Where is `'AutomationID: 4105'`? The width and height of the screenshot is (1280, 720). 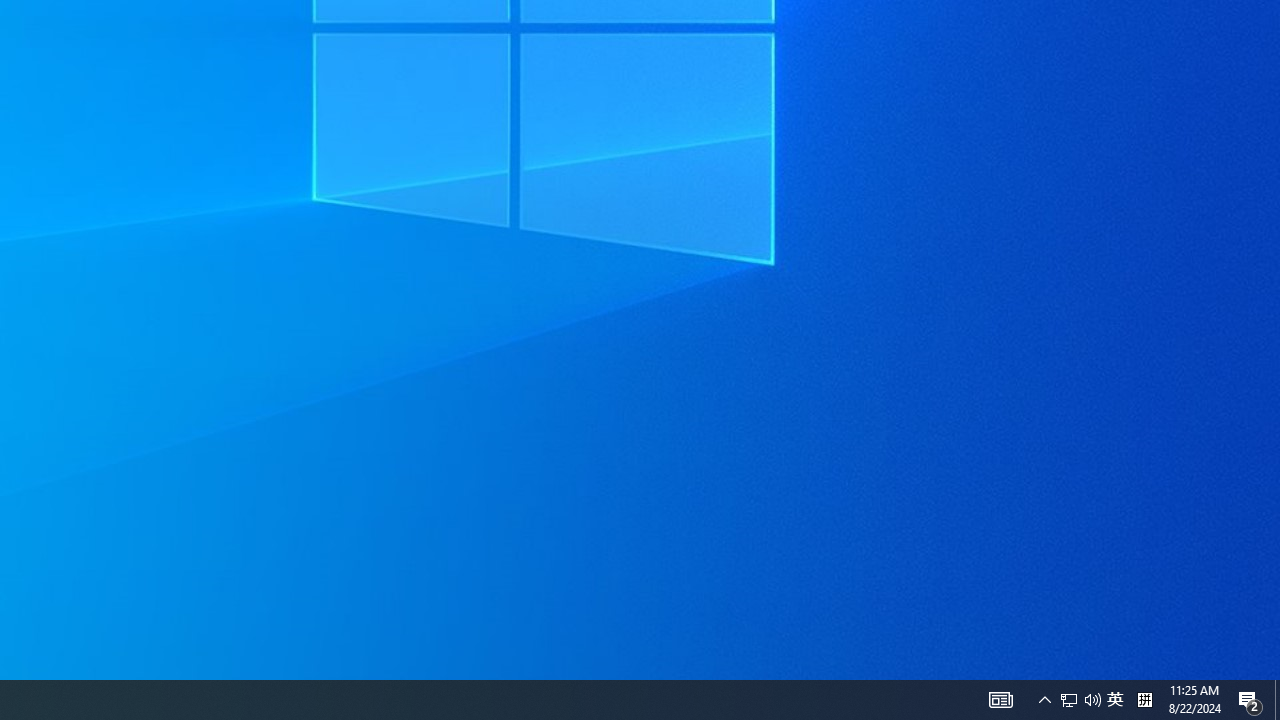 'AutomationID: 4105' is located at coordinates (1000, 698).